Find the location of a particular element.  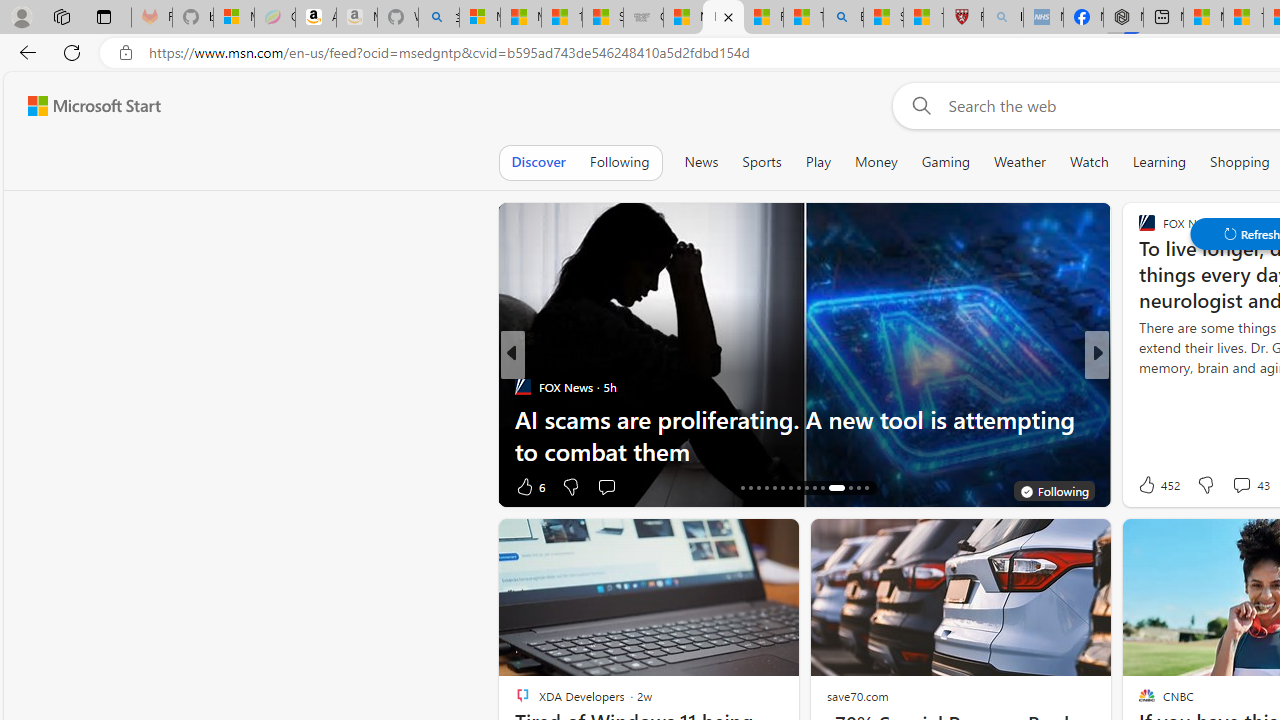

'AutomationID: tab-21' is located at coordinates (781, 488).